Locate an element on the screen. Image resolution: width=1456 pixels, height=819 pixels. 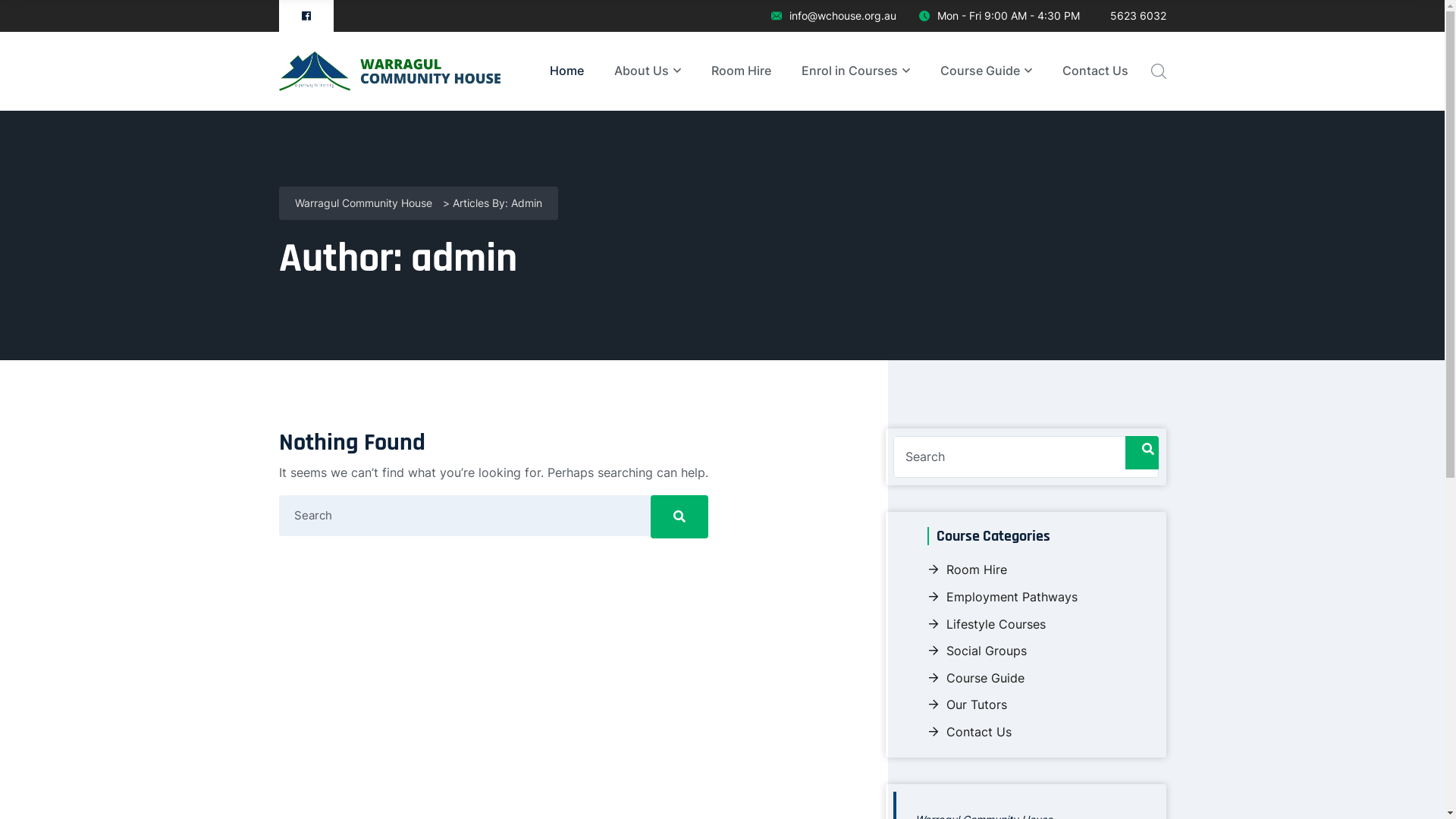
'Contact Us' is located at coordinates (968, 730).